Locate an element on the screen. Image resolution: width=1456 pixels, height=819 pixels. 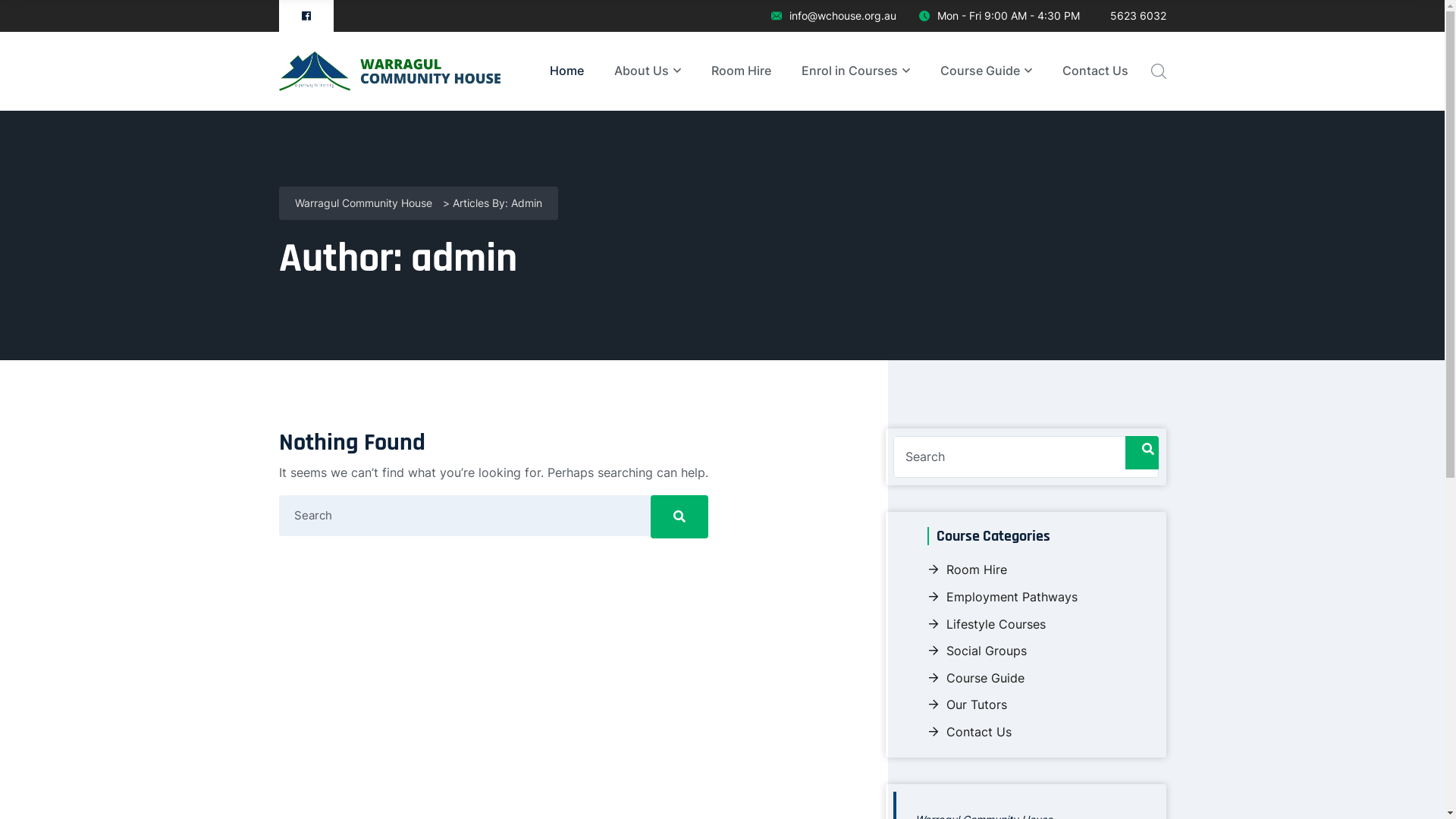
'Contact Us' is located at coordinates (968, 730).